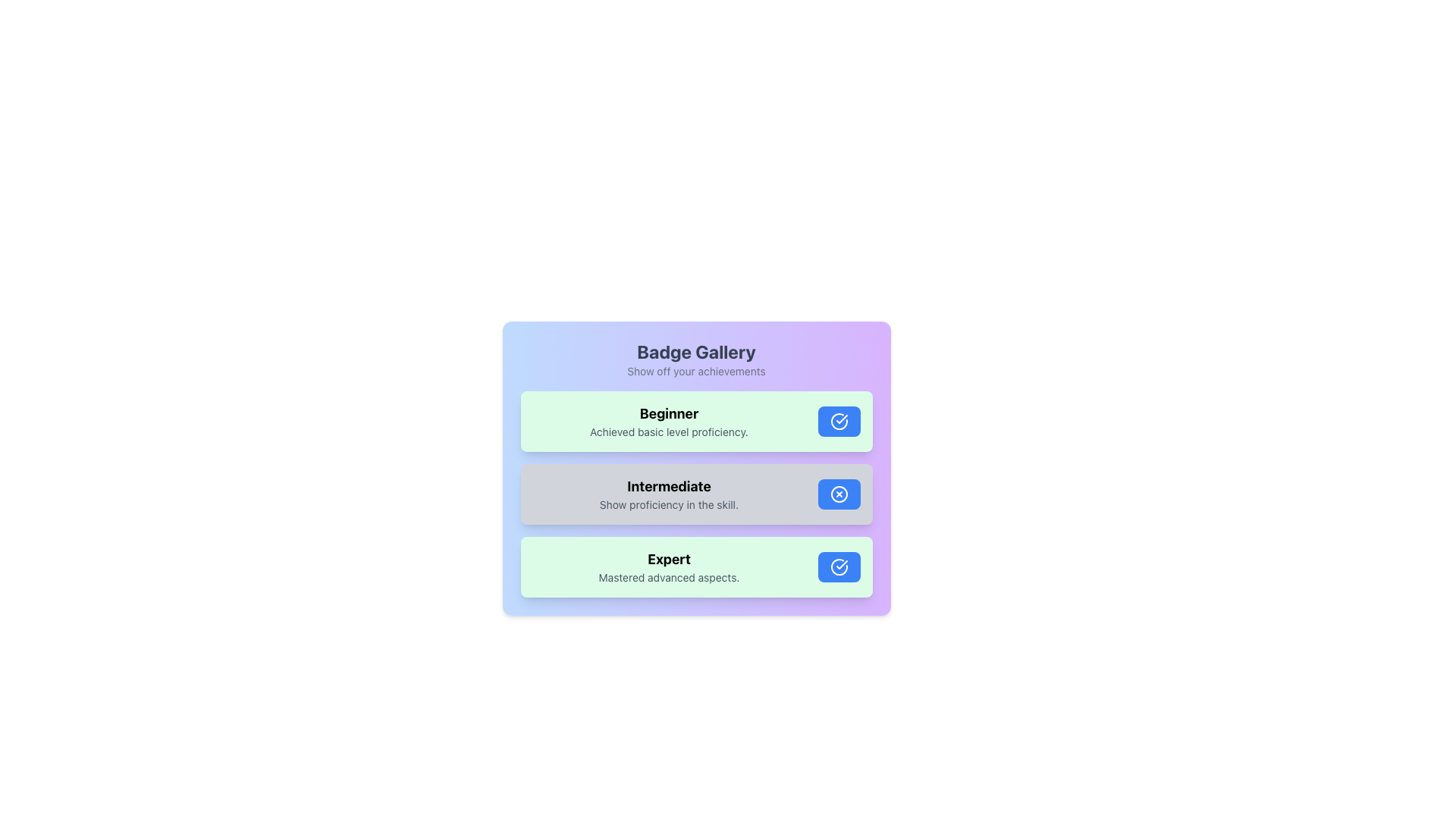 This screenshot has width=1456, height=819. What do you see at coordinates (838, 494) in the screenshot?
I see `the circular part of the cancellation icon located within the button aligned to the right of the second row labeled 'Intermediate'` at bounding box center [838, 494].